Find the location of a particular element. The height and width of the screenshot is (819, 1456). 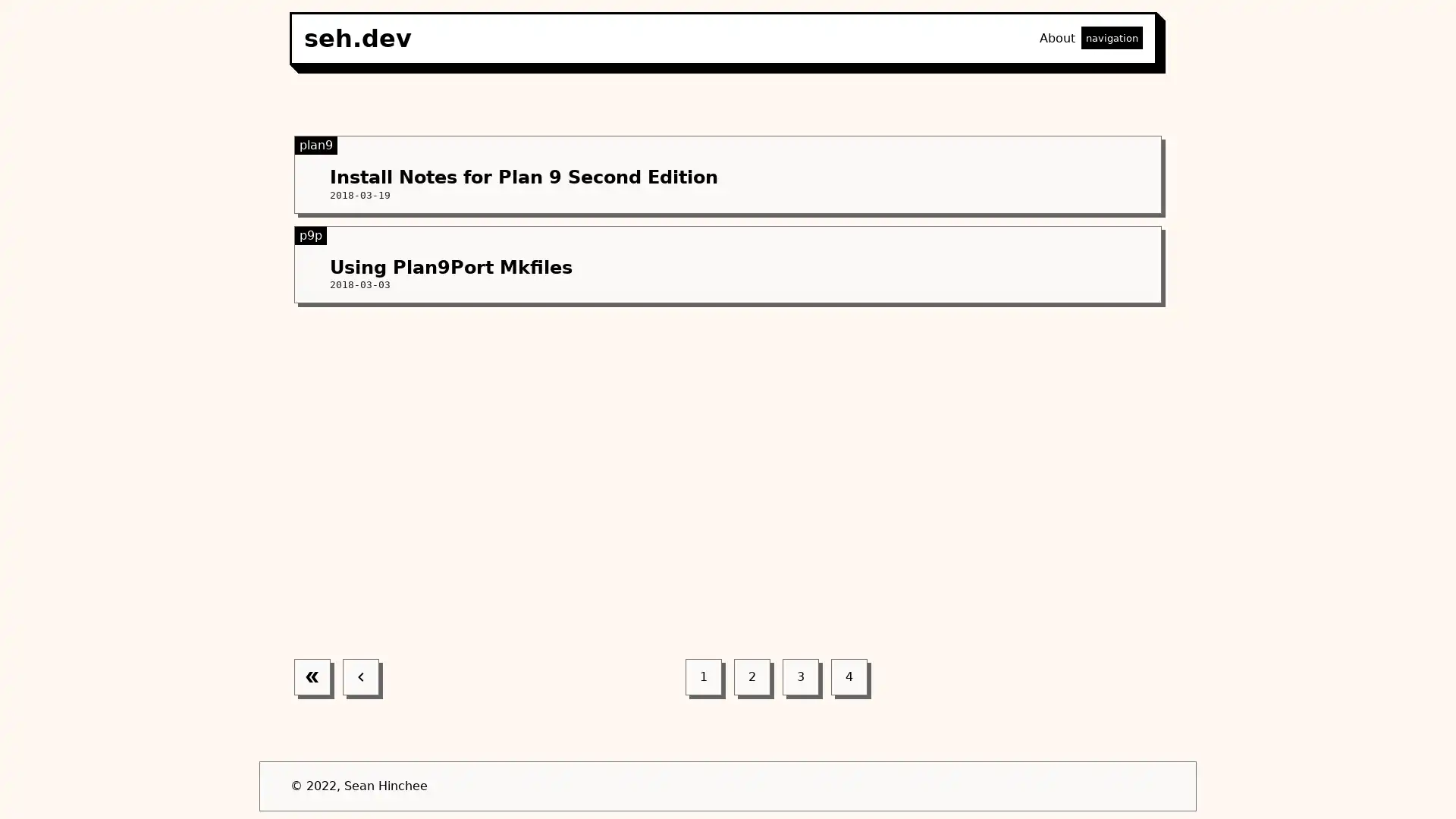

navigation is located at coordinates (1112, 37).